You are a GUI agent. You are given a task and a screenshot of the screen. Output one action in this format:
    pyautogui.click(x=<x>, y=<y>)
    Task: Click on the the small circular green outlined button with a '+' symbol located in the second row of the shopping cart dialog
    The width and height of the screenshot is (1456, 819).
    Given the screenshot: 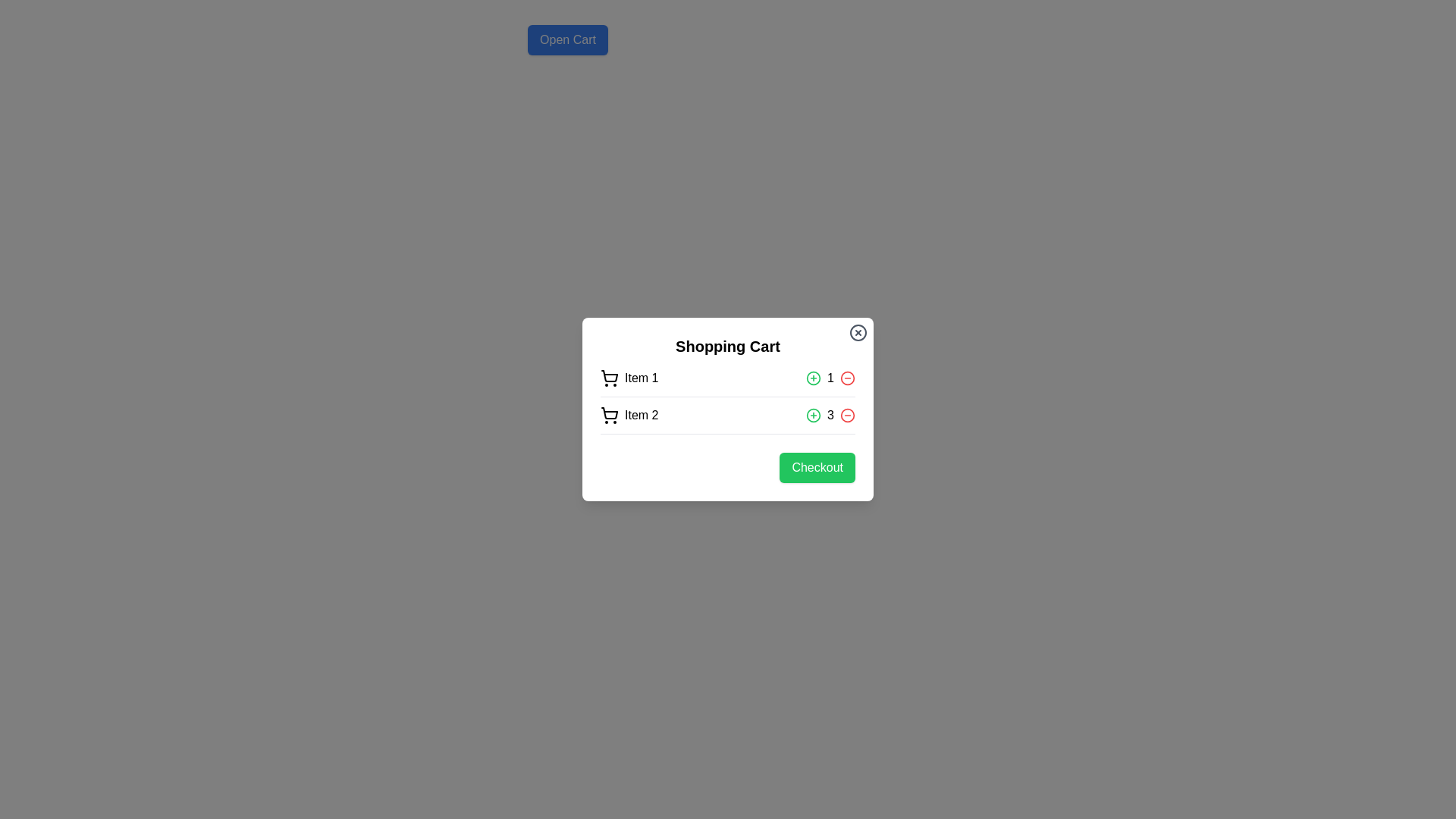 What is the action you would take?
    pyautogui.click(x=813, y=415)
    